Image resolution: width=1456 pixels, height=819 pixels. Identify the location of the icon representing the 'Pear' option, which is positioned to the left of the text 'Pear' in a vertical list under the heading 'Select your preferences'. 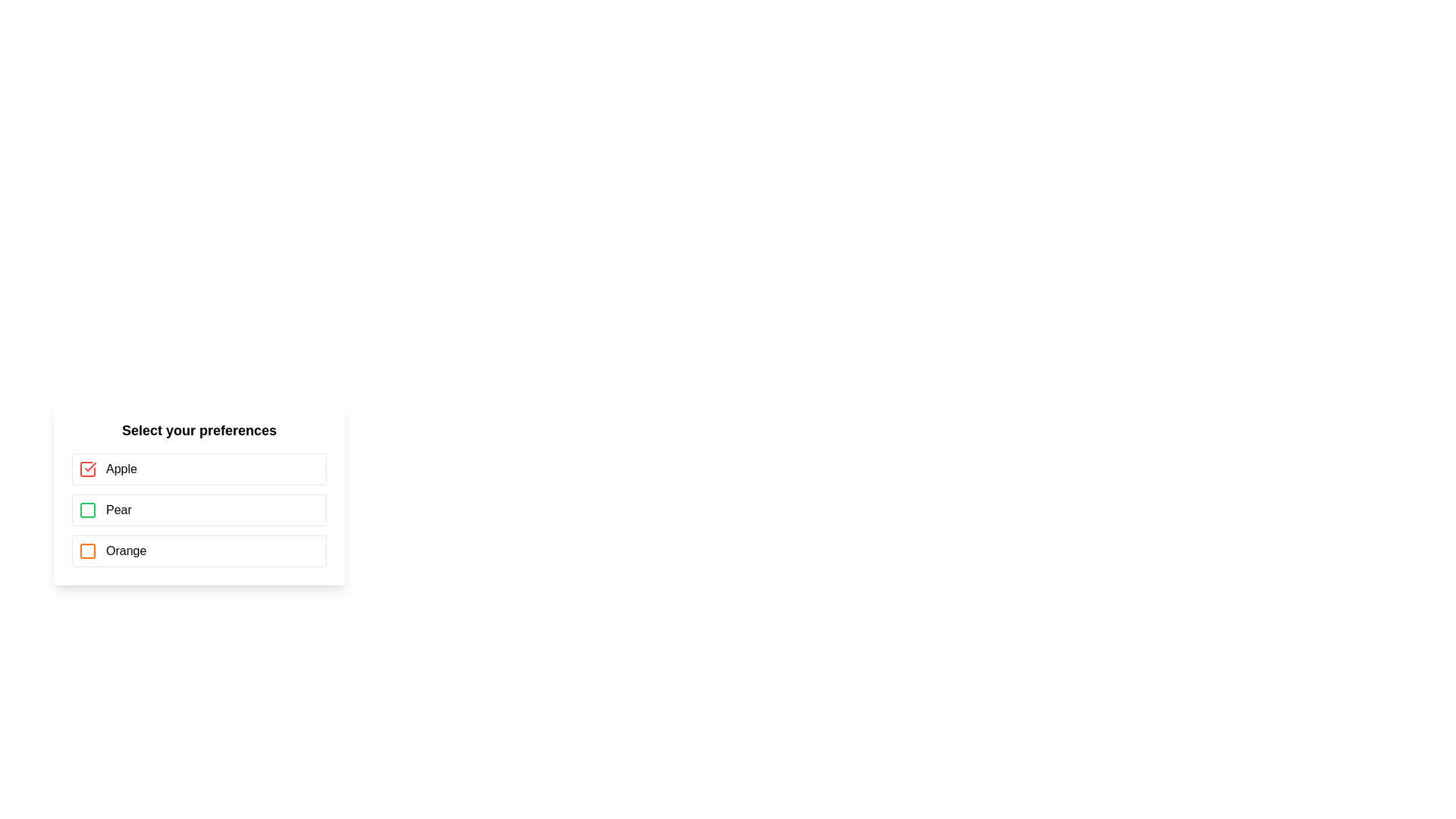
(86, 510).